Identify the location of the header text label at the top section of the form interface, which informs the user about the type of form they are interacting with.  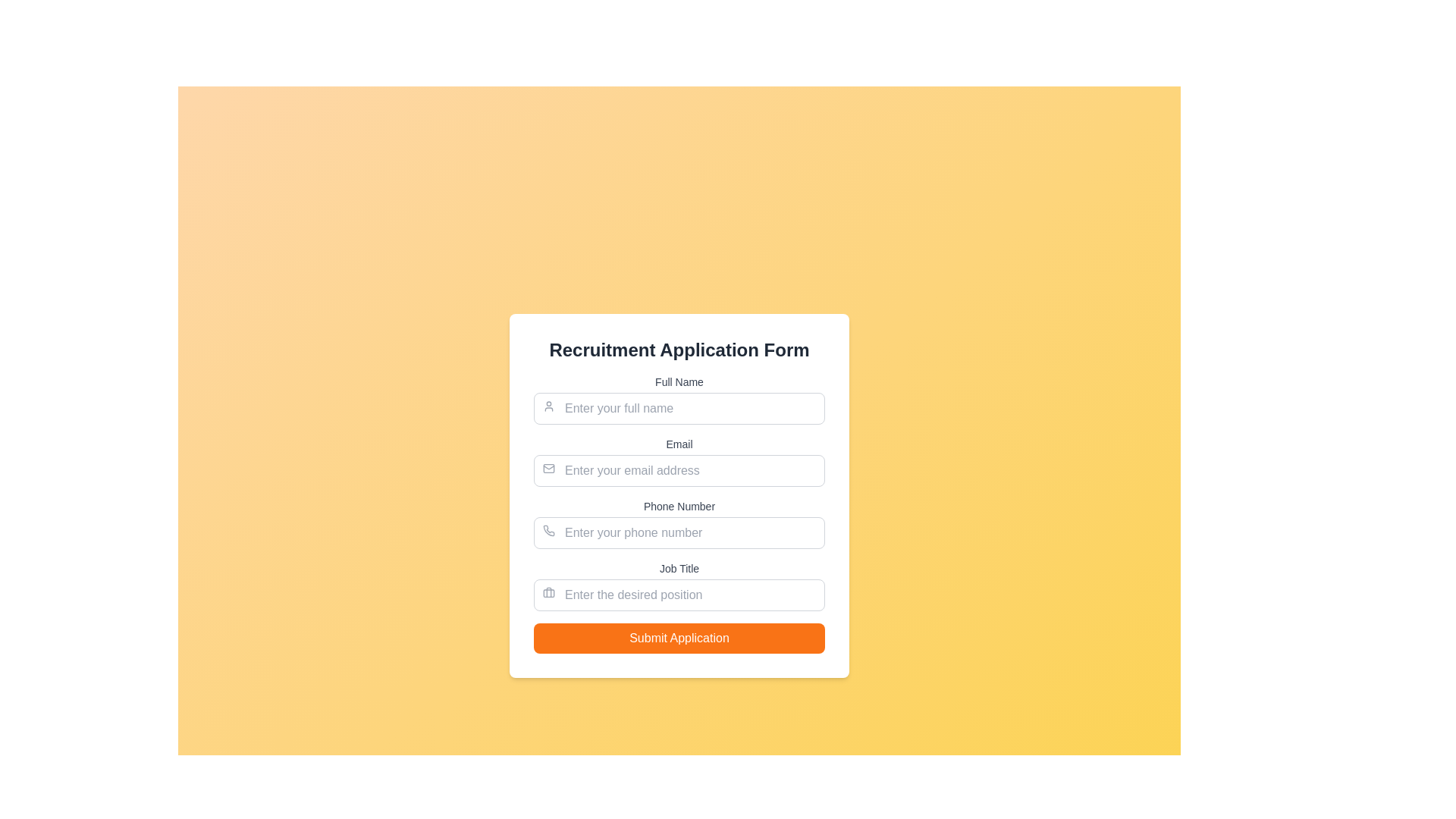
(679, 350).